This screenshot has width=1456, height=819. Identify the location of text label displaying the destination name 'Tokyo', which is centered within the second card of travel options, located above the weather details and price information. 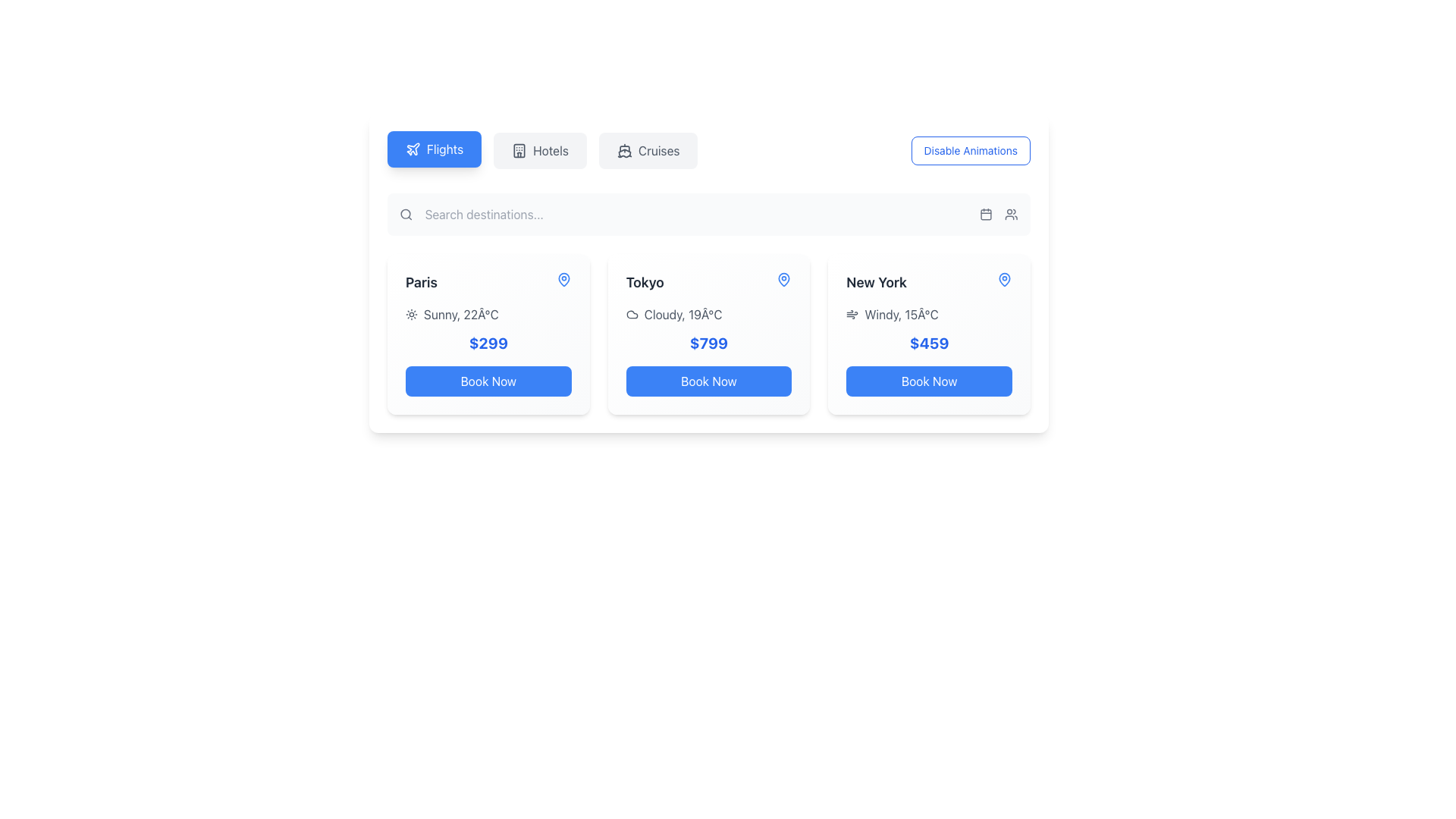
(645, 283).